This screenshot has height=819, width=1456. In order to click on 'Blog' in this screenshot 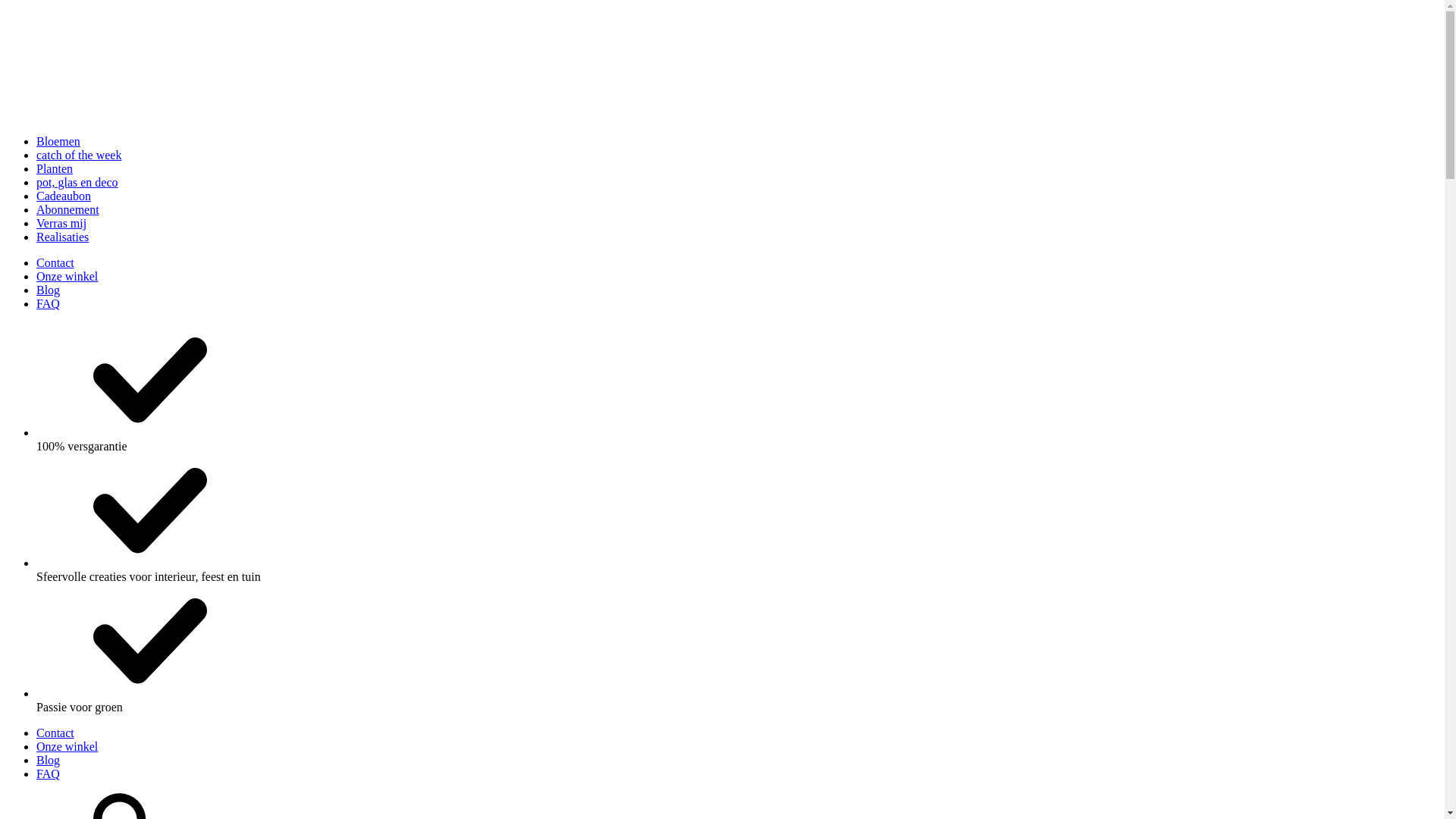, I will do `click(48, 760)`.